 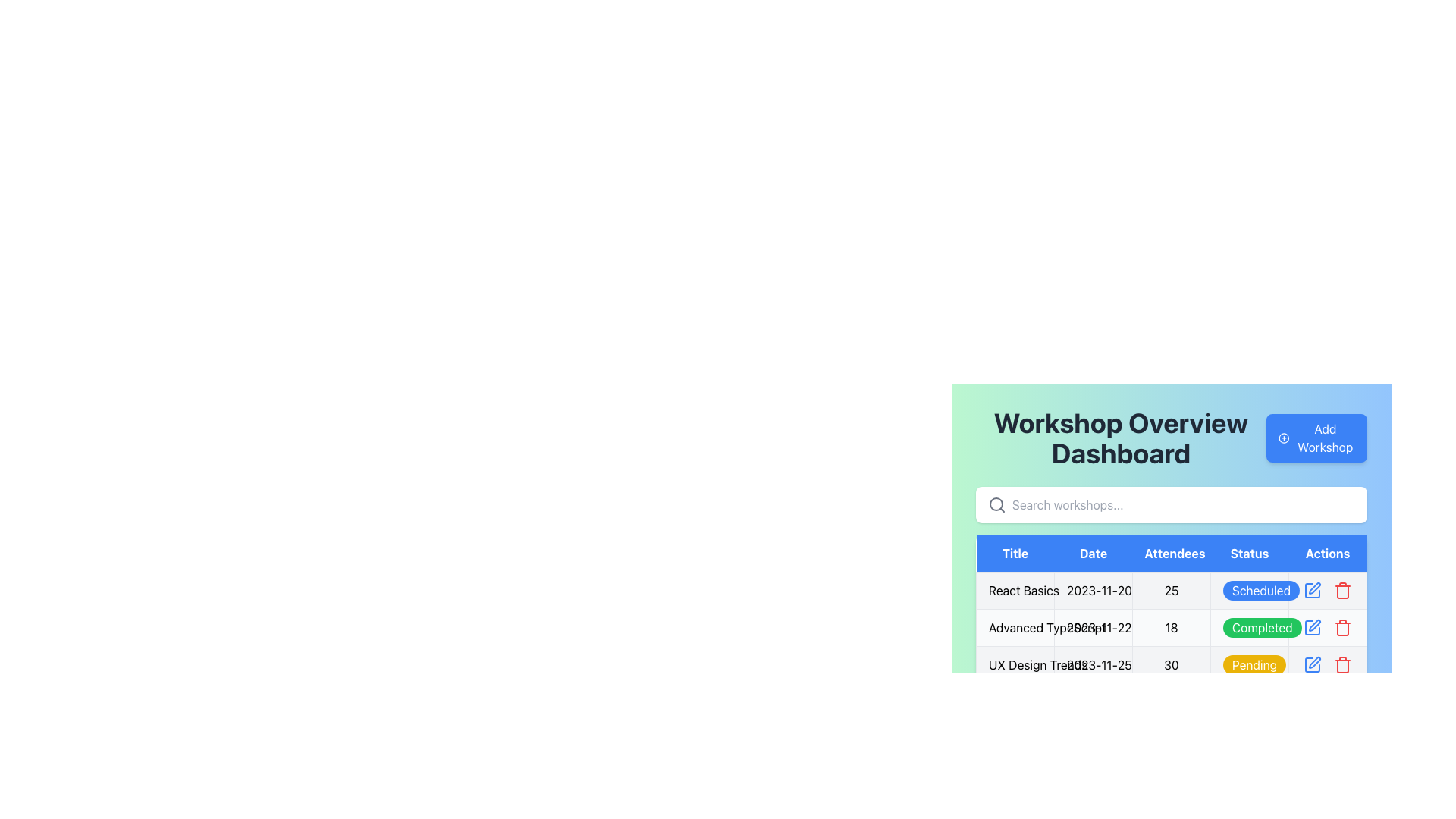 I want to click on the date text for the 'React Basics' workshop located in the second cell of the 'Date' column in the table, so click(x=1093, y=590).